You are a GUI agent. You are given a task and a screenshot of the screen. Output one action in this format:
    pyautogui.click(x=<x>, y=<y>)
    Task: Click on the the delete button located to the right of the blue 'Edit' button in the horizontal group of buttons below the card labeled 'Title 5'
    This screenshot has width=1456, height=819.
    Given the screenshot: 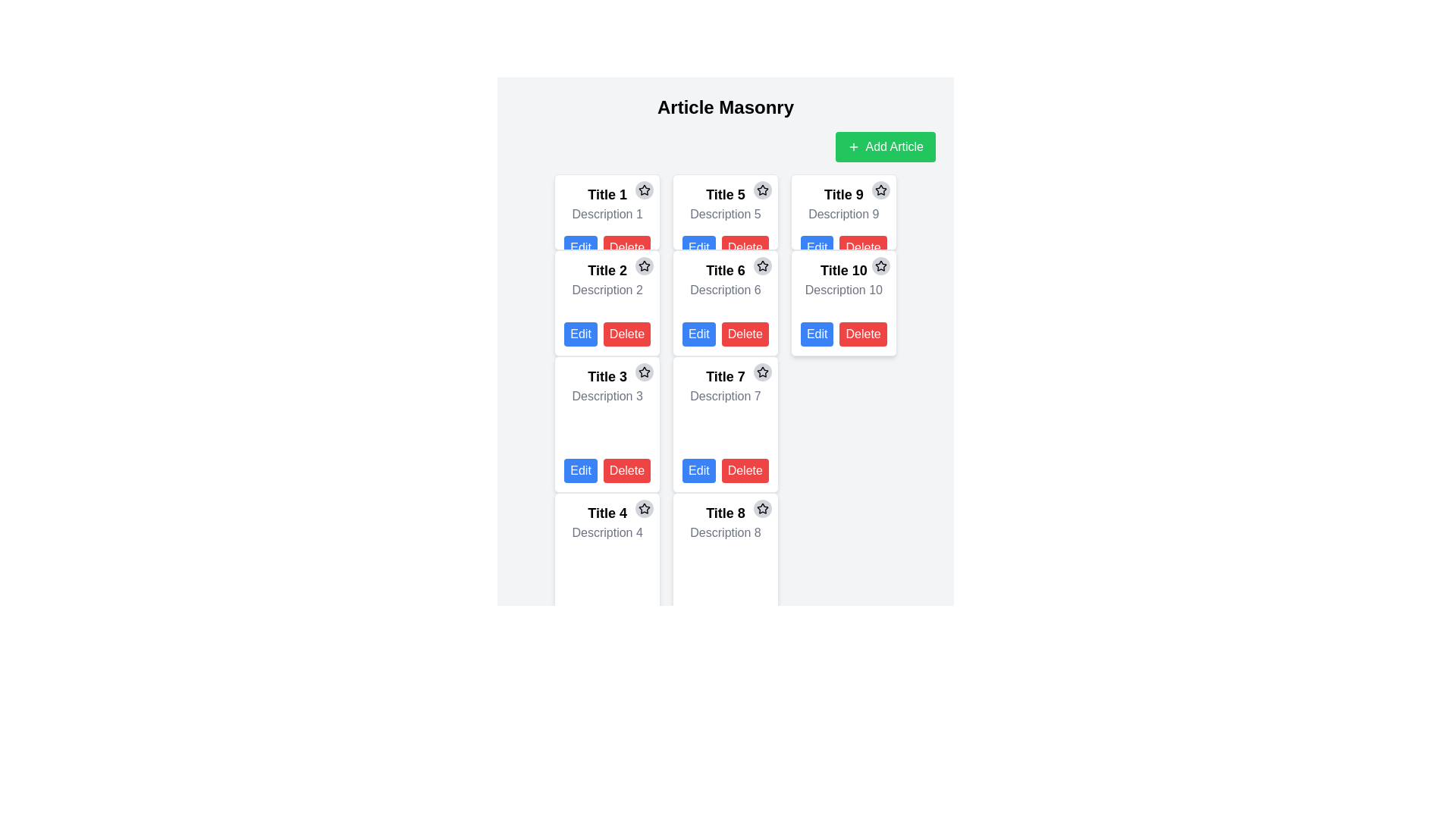 What is the action you would take?
    pyautogui.click(x=745, y=247)
    